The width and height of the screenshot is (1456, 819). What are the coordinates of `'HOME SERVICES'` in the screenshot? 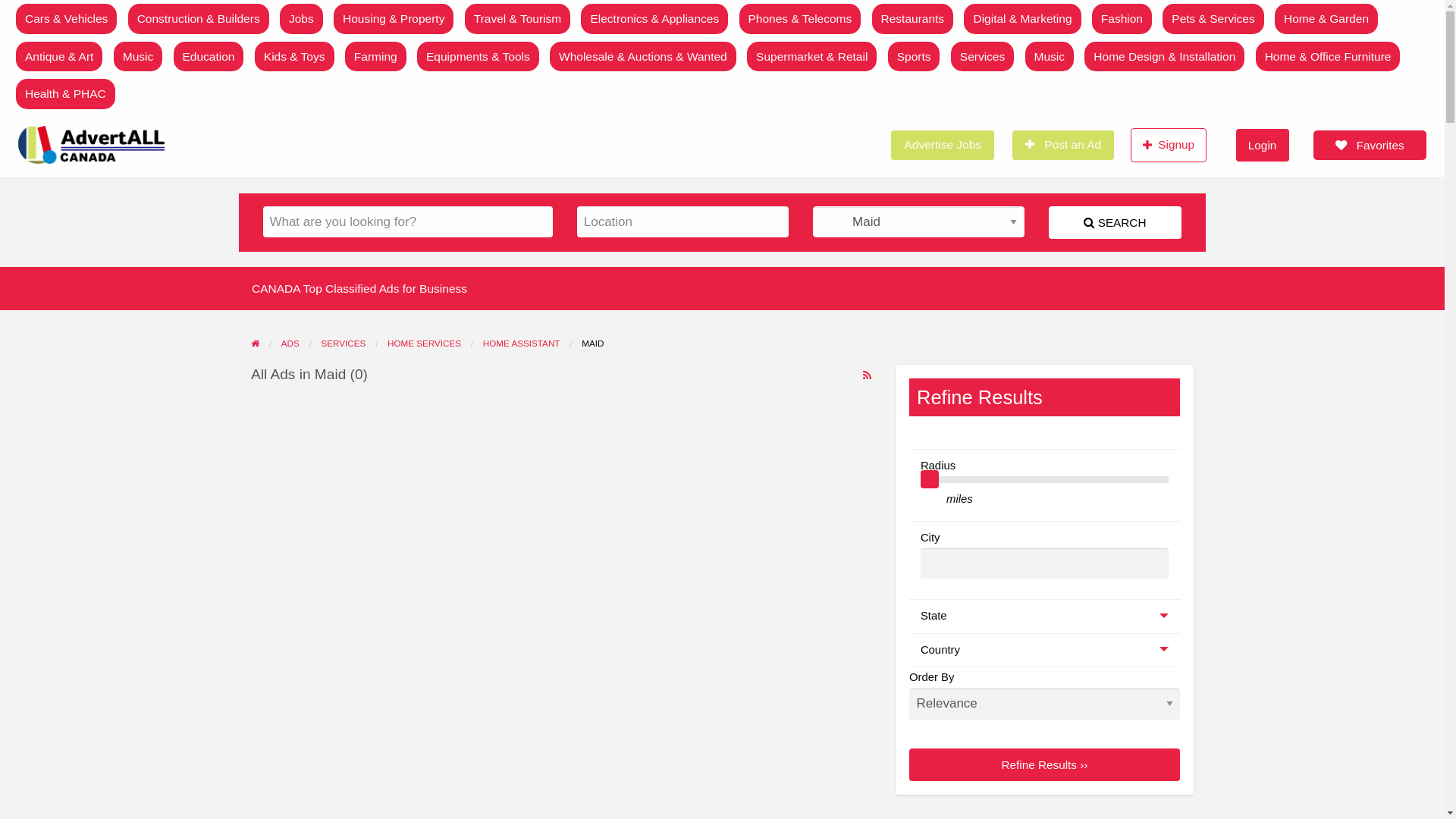 It's located at (424, 343).